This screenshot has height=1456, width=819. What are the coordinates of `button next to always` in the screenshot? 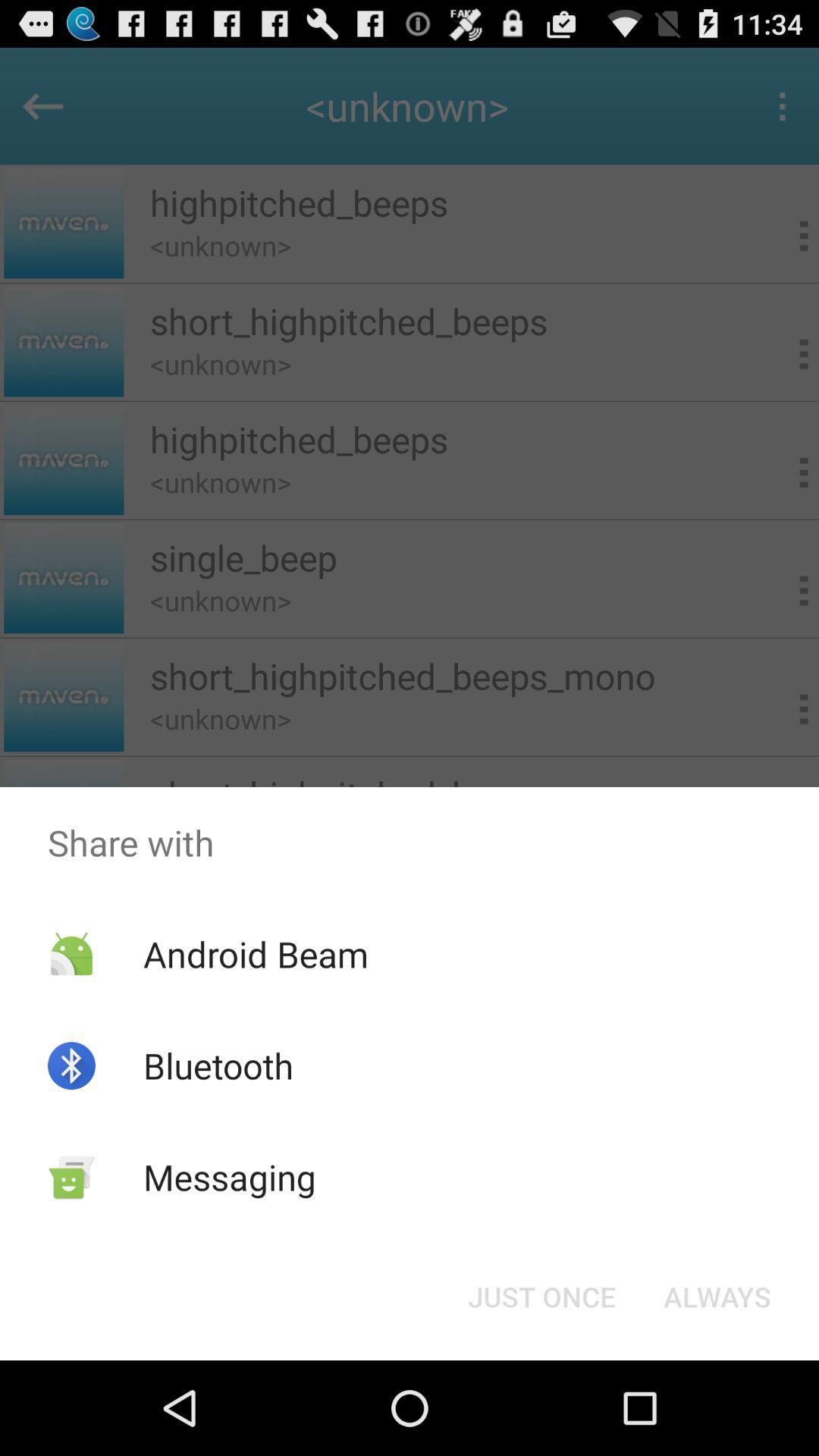 It's located at (541, 1295).